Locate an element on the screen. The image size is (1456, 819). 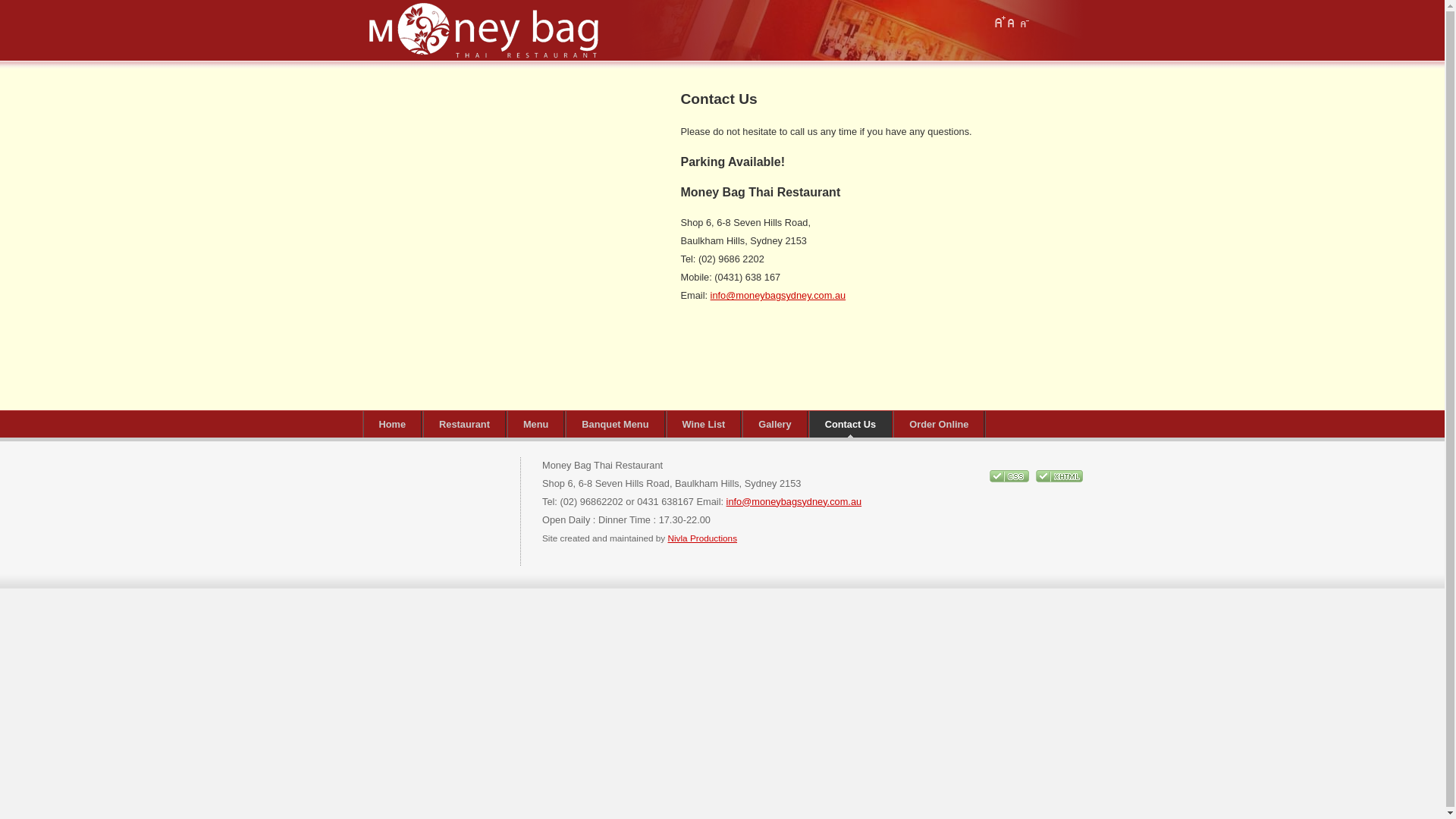
'CSS Validity' is located at coordinates (1010, 479).